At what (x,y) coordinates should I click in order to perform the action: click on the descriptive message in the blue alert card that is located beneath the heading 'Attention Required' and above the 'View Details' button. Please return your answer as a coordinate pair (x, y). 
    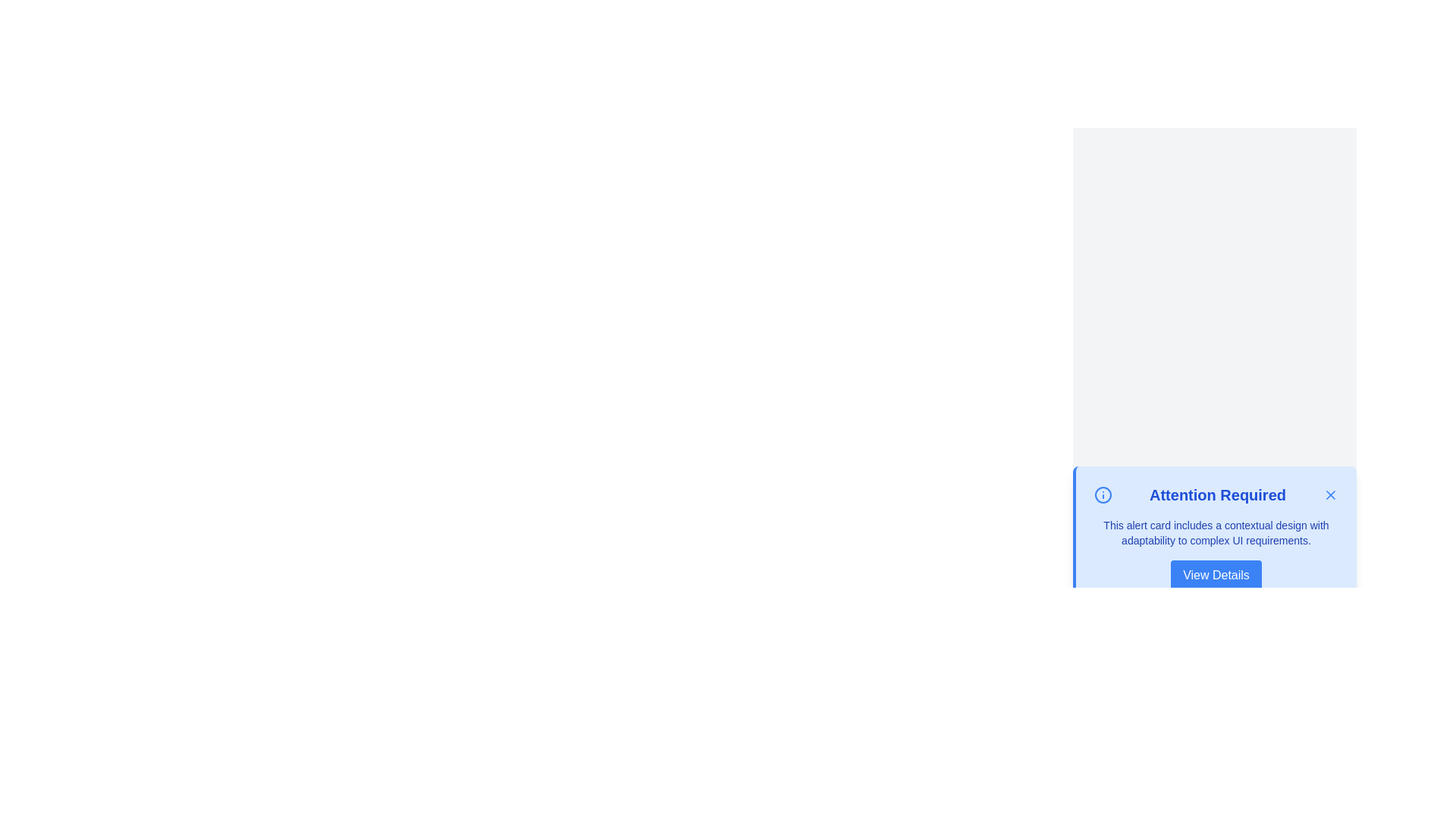
    Looking at the image, I should click on (1216, 532).